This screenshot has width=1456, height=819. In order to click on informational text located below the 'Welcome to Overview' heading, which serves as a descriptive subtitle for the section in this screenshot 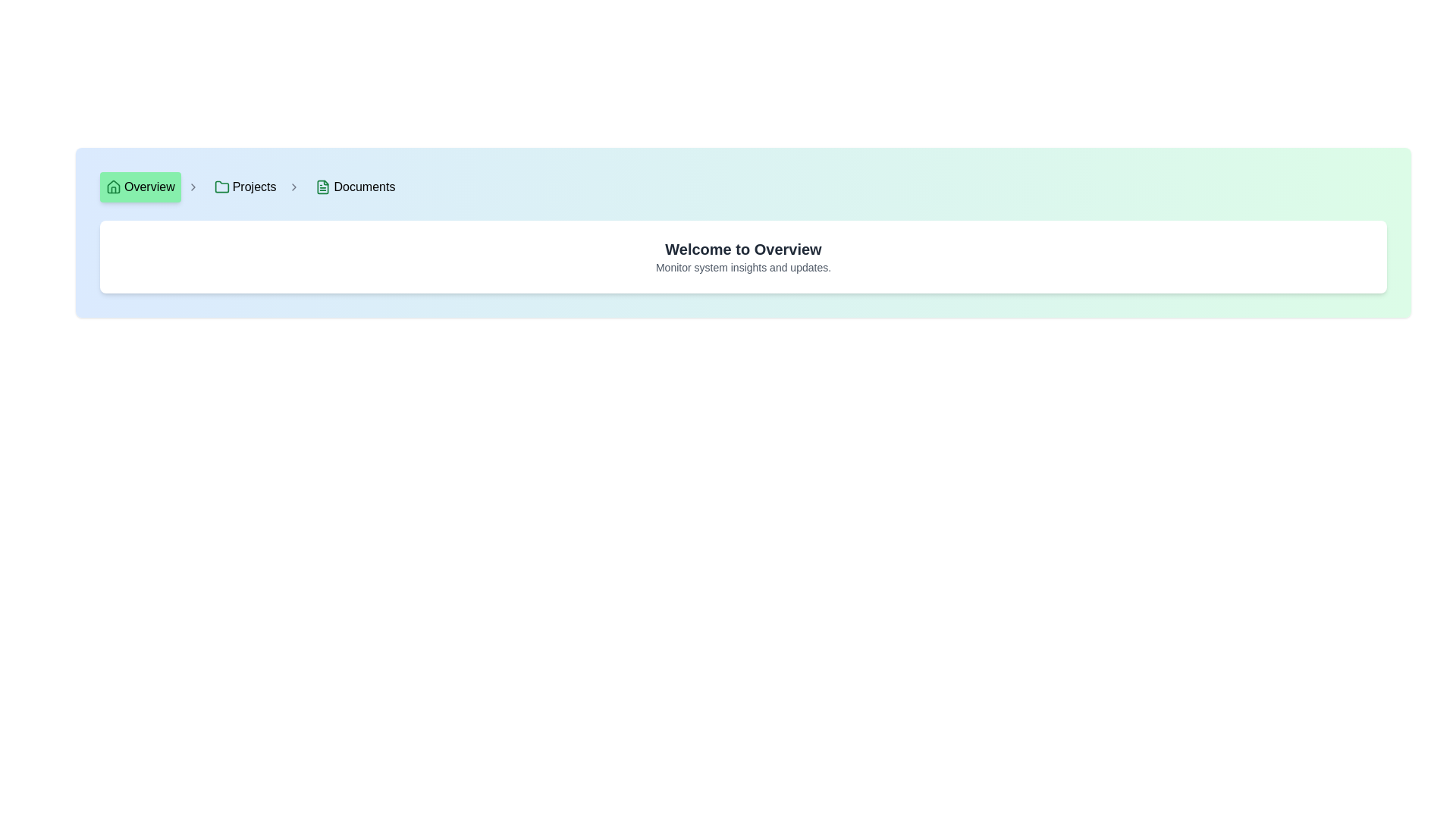, I will do `click(743, 267)`.